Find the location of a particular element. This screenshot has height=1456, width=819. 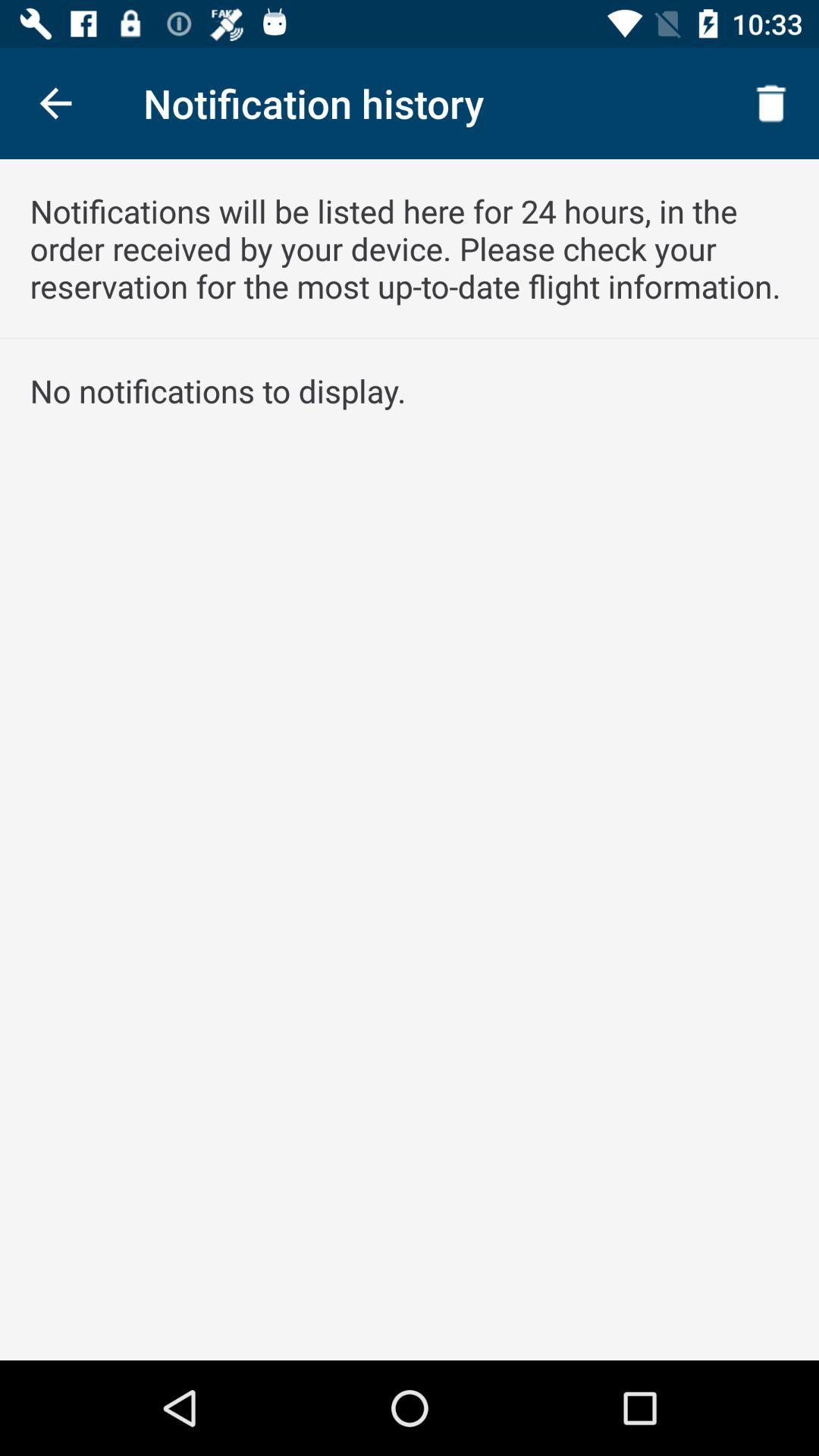

item above the notifications will be is located at coordinates (771, 102).